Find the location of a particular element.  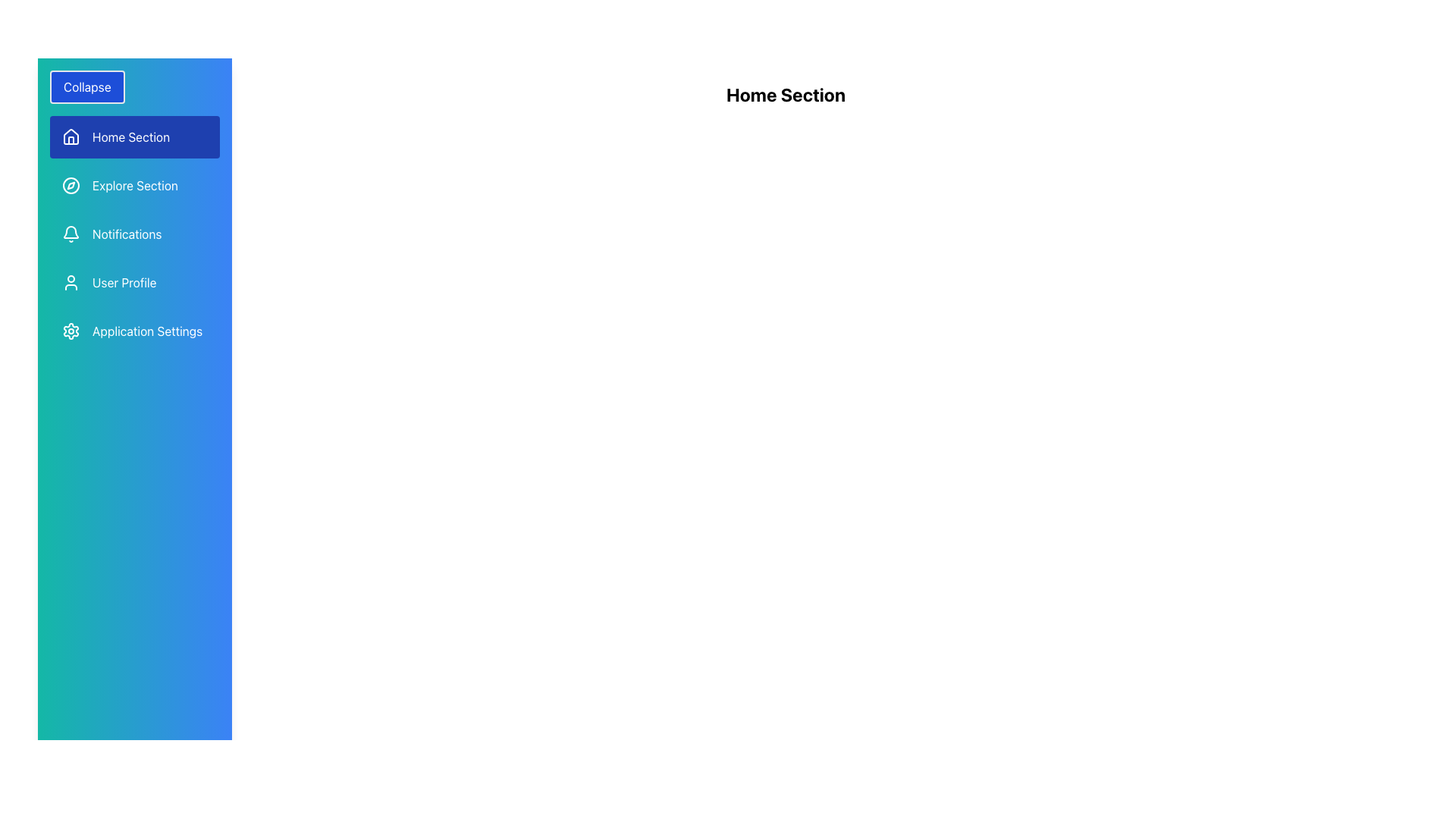

the 'Explore Section' text label in the left vertical navigation panel is located at coordinates (135, 185).